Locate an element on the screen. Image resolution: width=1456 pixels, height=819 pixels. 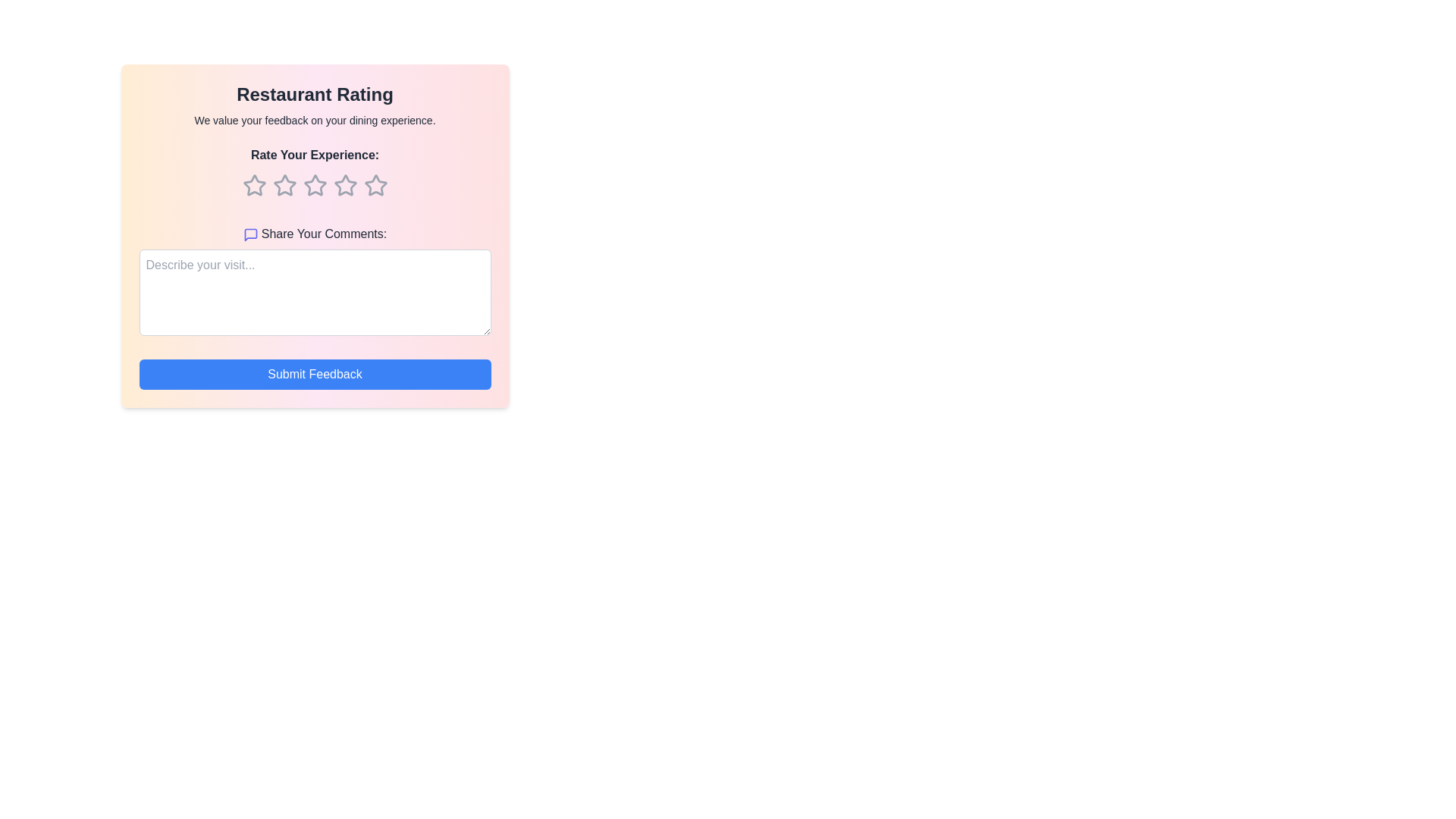
the third gray star icon with a hollow center in the 'Rate Your Experience' section is located at coordinates (314, 185).